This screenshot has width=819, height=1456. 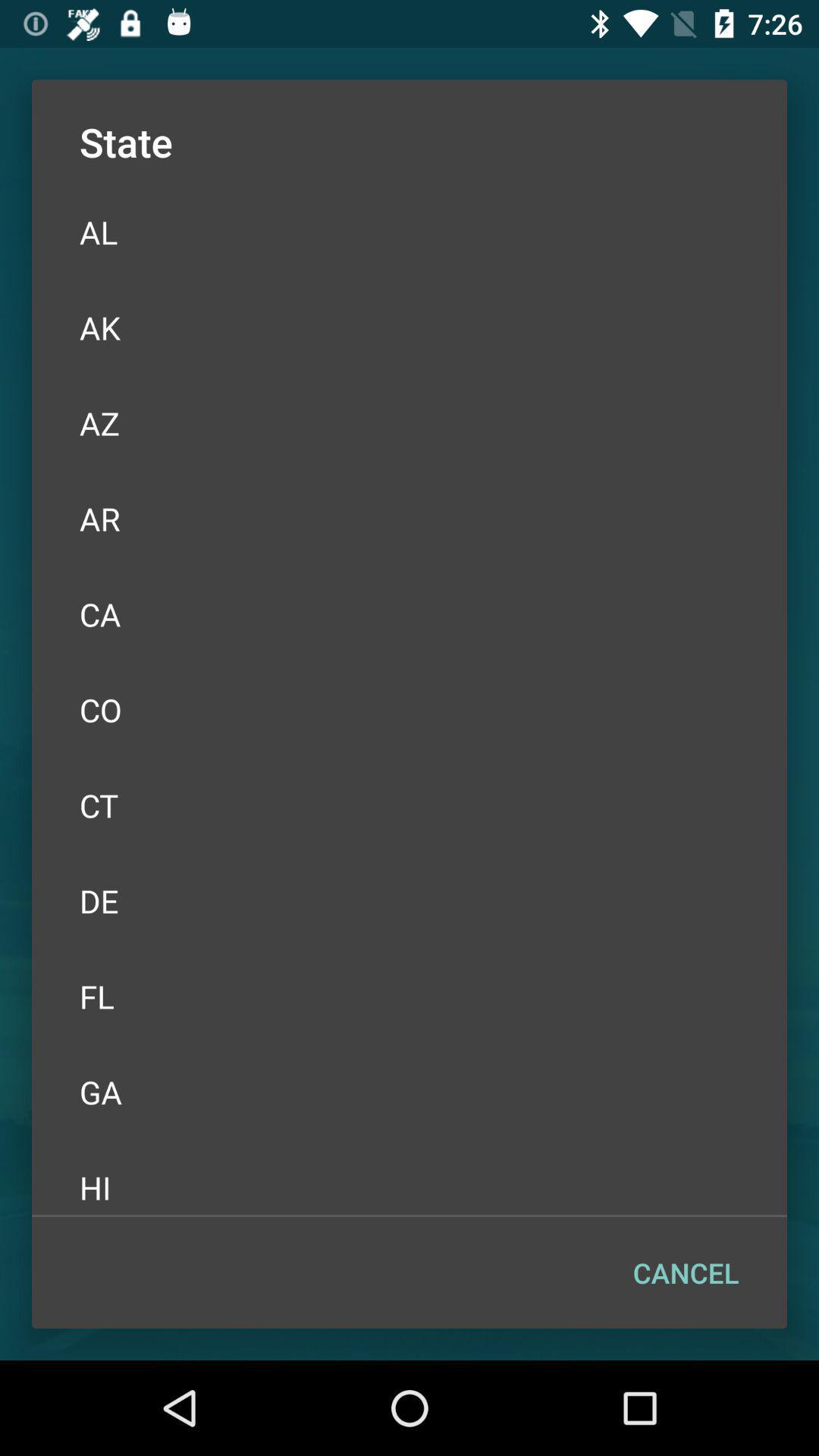 I want to click on icon above hi, so click(x=409, y=1092).